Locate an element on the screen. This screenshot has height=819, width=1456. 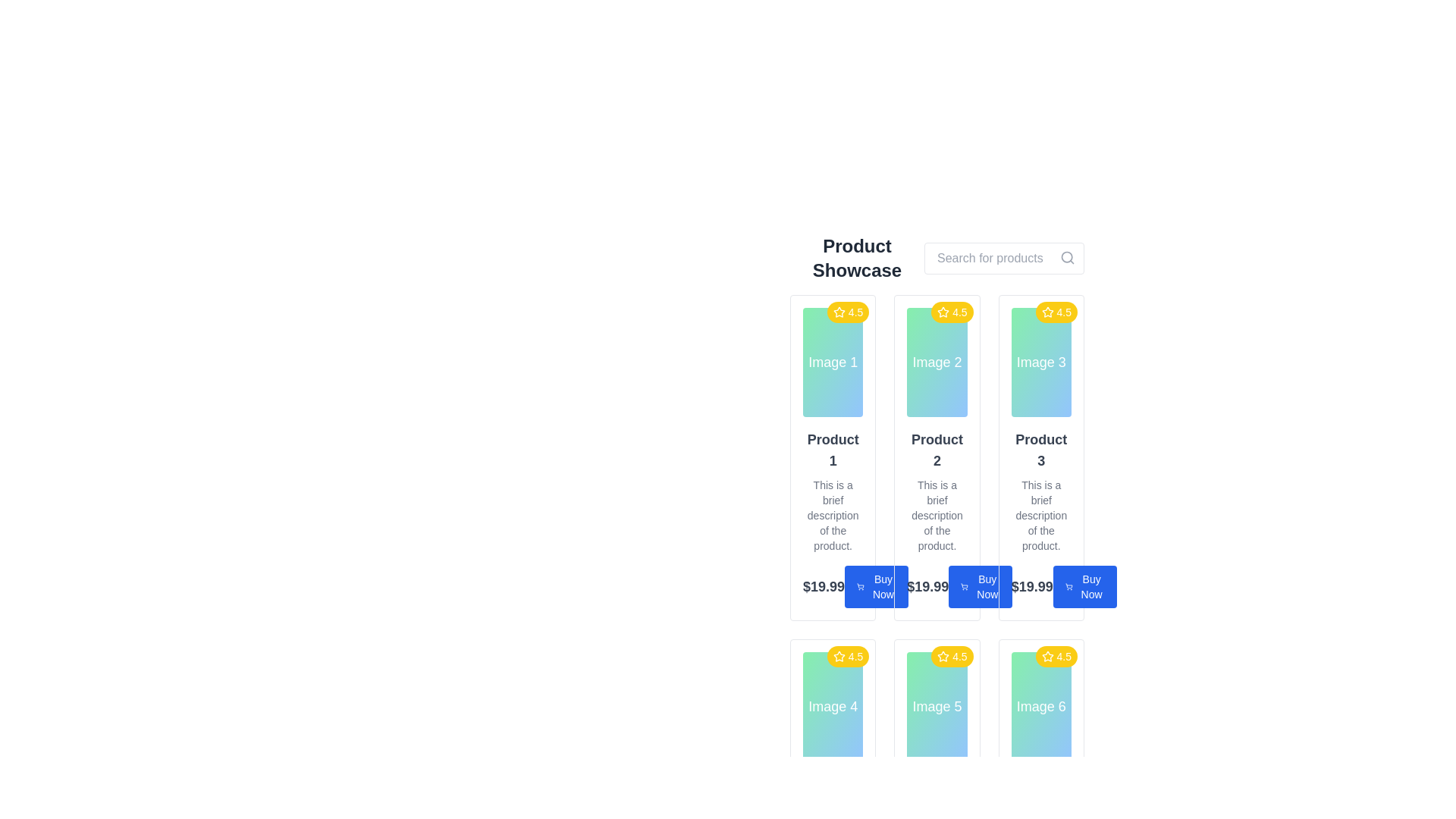
text block element containing 'This is a brief description of the product.' located beneath the title 'Product 1' and above the price label is located at coordinates (832, 514).